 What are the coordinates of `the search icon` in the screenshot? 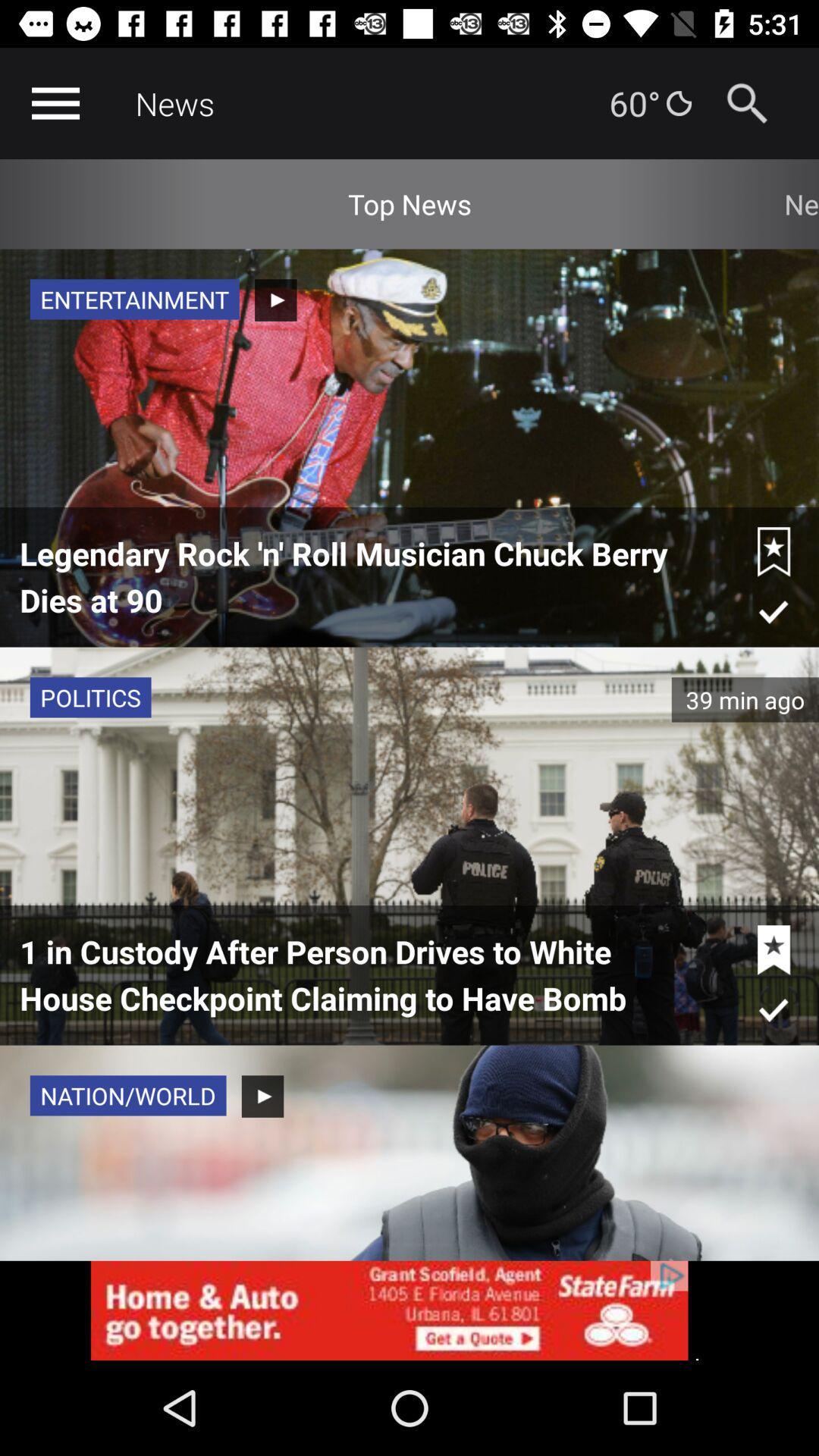 It's located at (746, 102).